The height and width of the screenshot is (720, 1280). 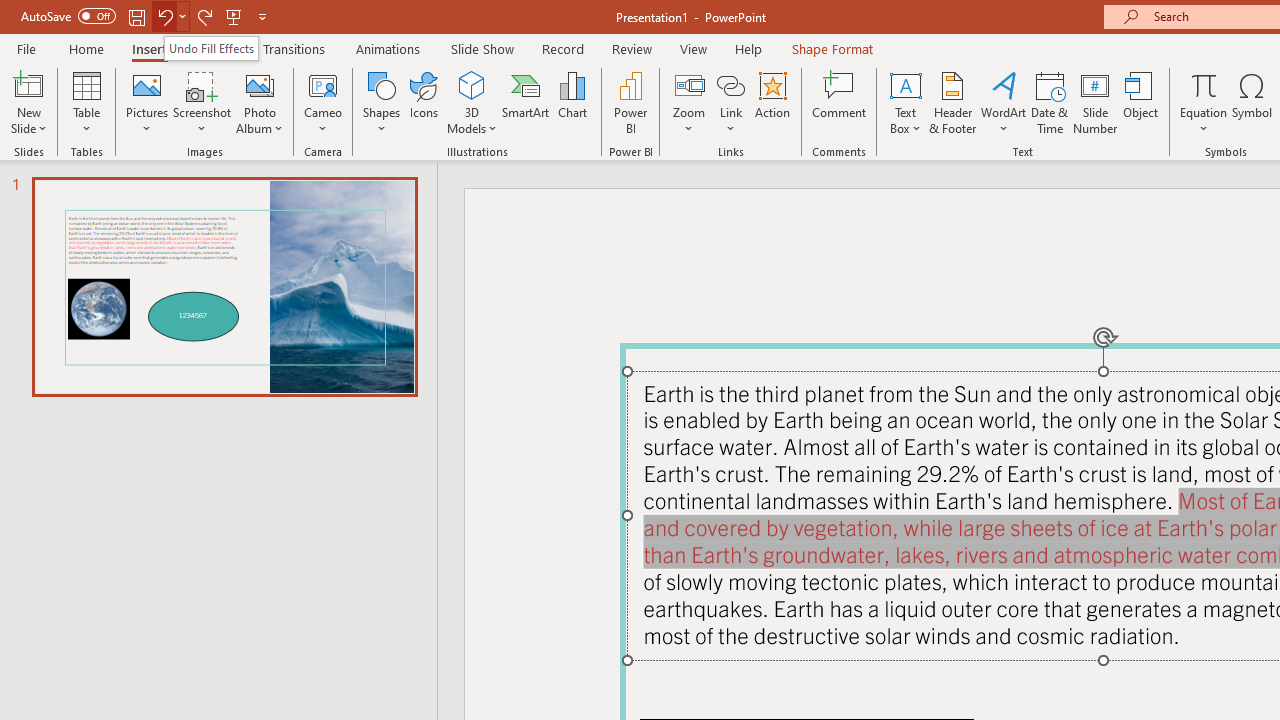 I want to click on 'New Photo Album...', so click(x=258, y=84).